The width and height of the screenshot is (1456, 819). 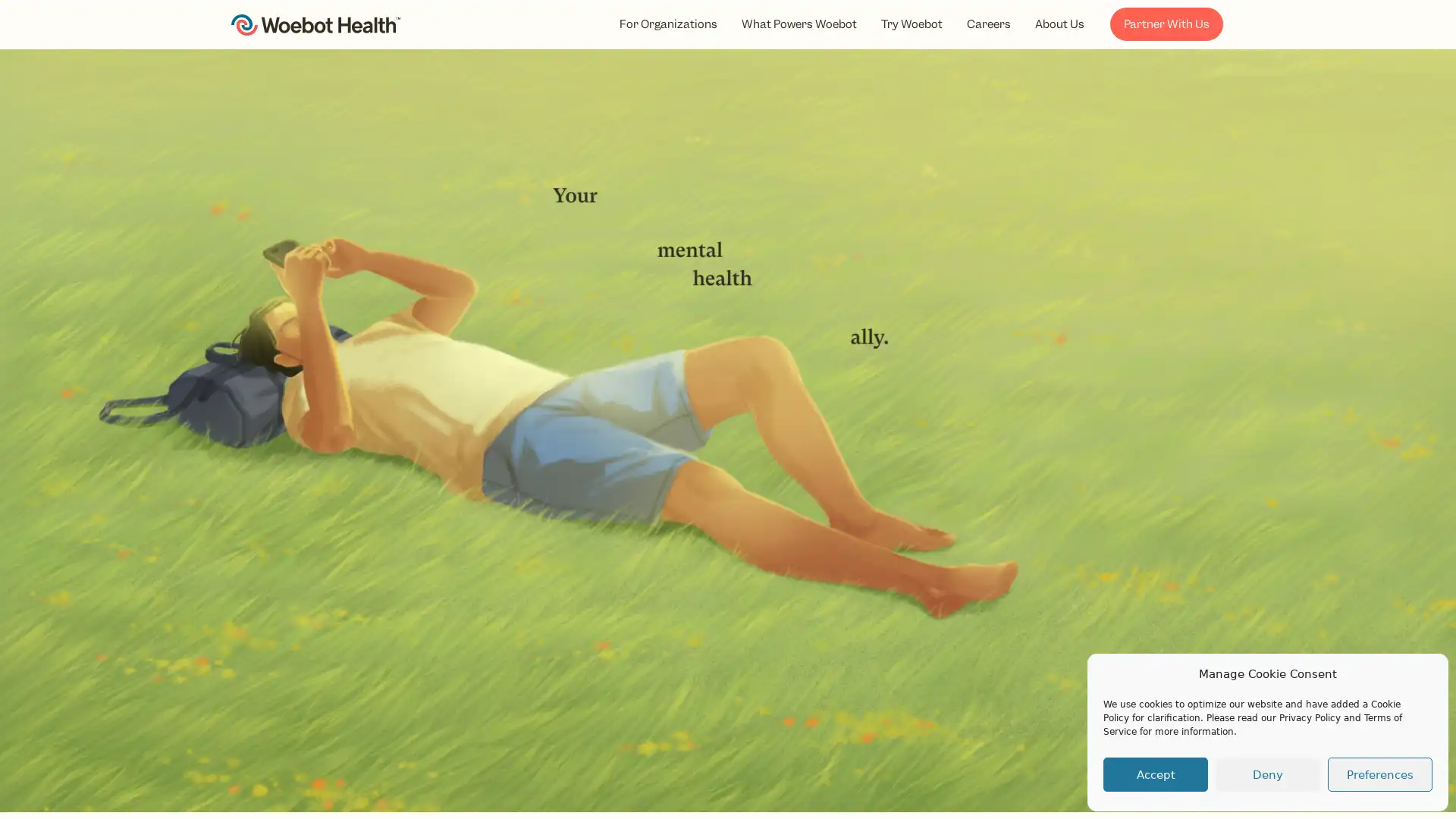 I want to click on Deny, so click(x=1267, y=774).